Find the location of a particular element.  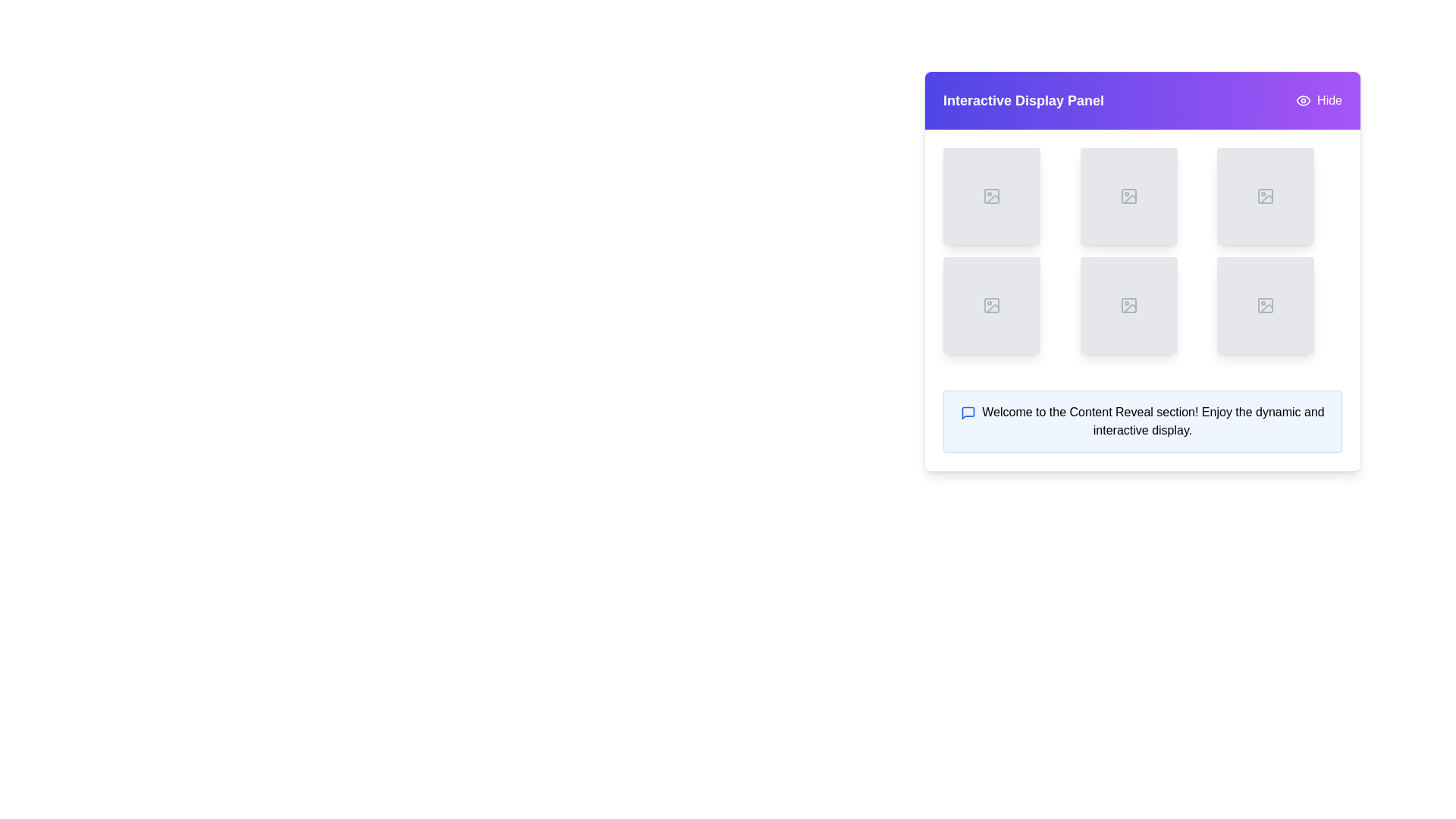

the visibility icon located in the top-right corner of the interface, immediately is located at coordinates (1302, 100).